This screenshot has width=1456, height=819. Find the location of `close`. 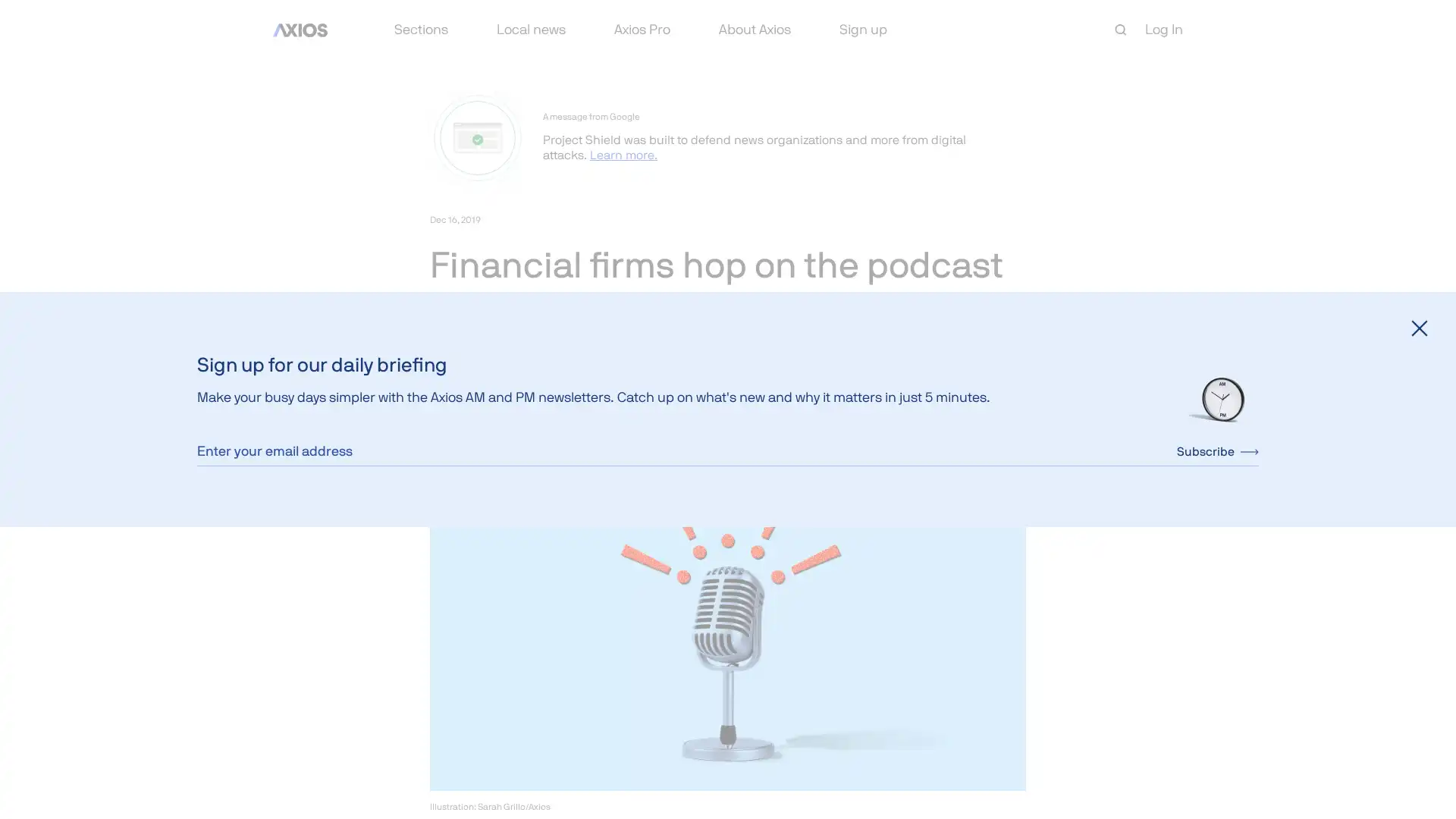

close is located at coordinates (1419, 327).